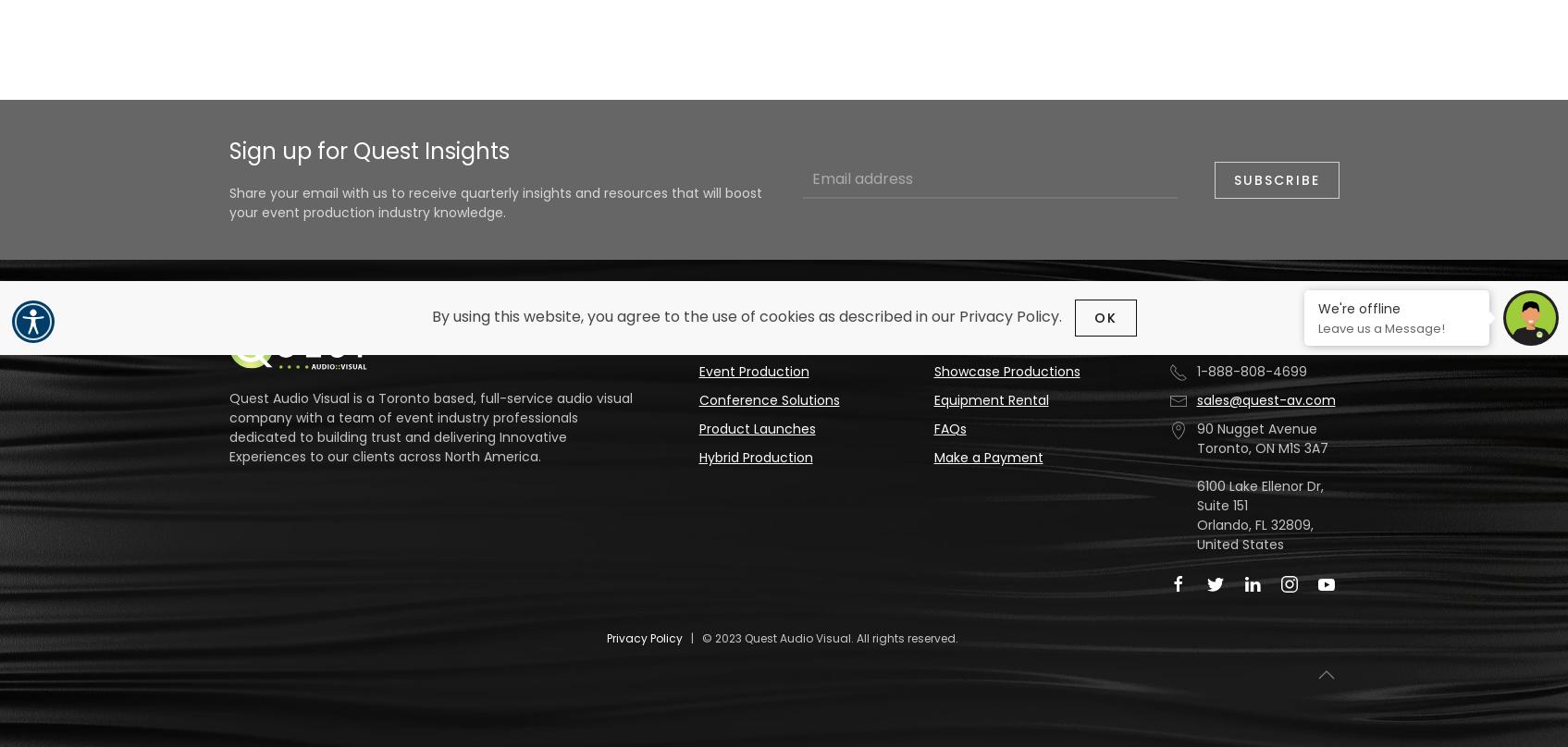  What do you see at coordinates (757, 429) in the screenshot?
I see `'Product Launches'` at bounding box center [757, 429].